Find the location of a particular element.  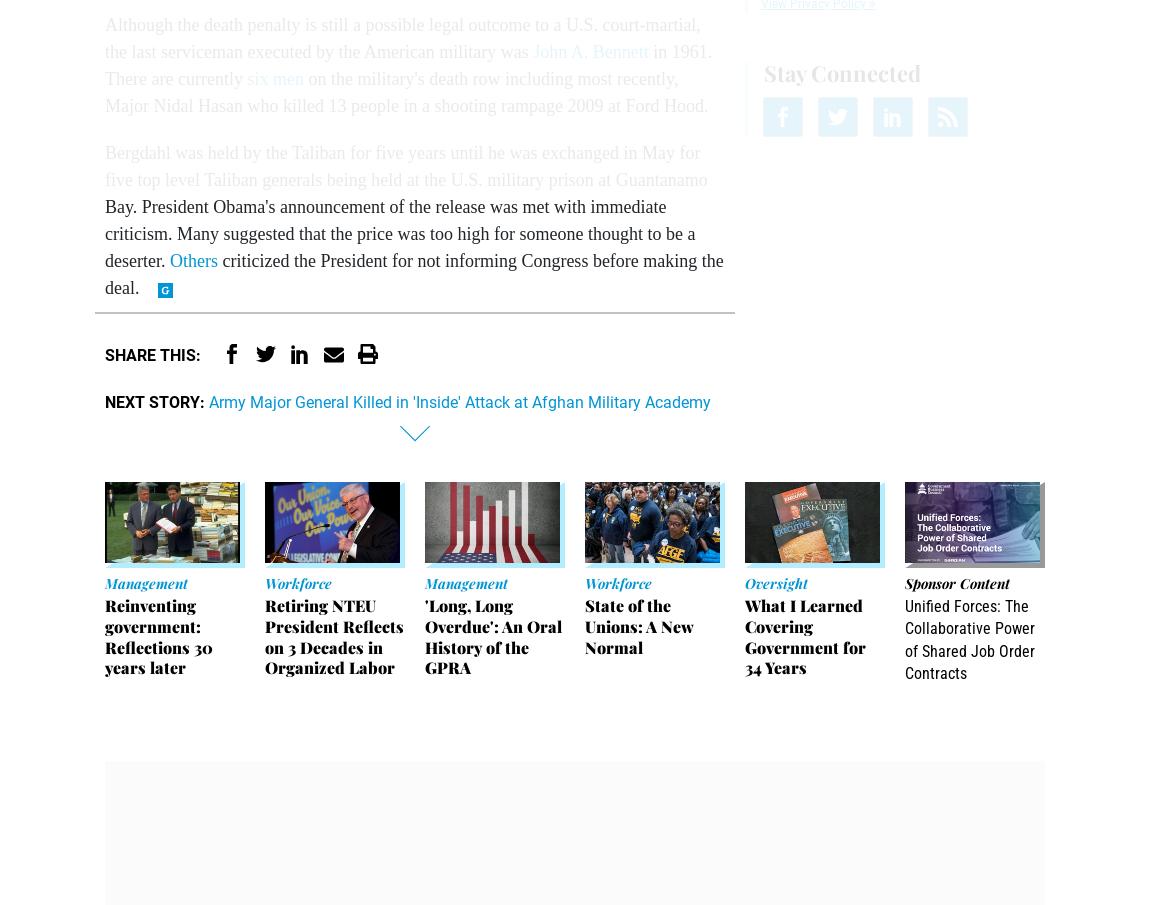

'Retiring NTEU President Reflects on 3 Decades in Organized Labor' is located at coordinates (333, 635).